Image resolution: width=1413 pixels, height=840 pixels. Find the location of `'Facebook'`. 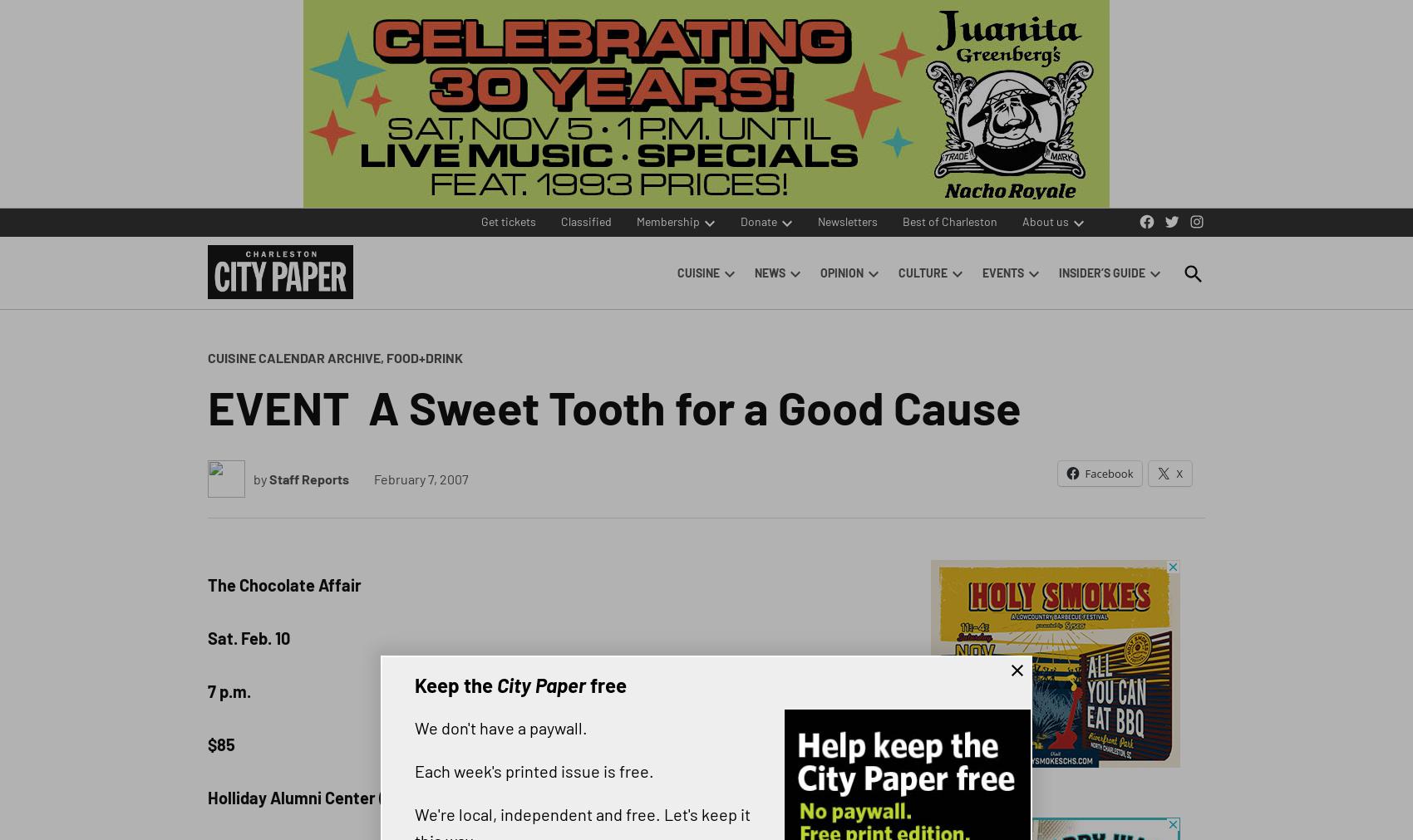

'Facebook' is located at coordinates (1108, 472).